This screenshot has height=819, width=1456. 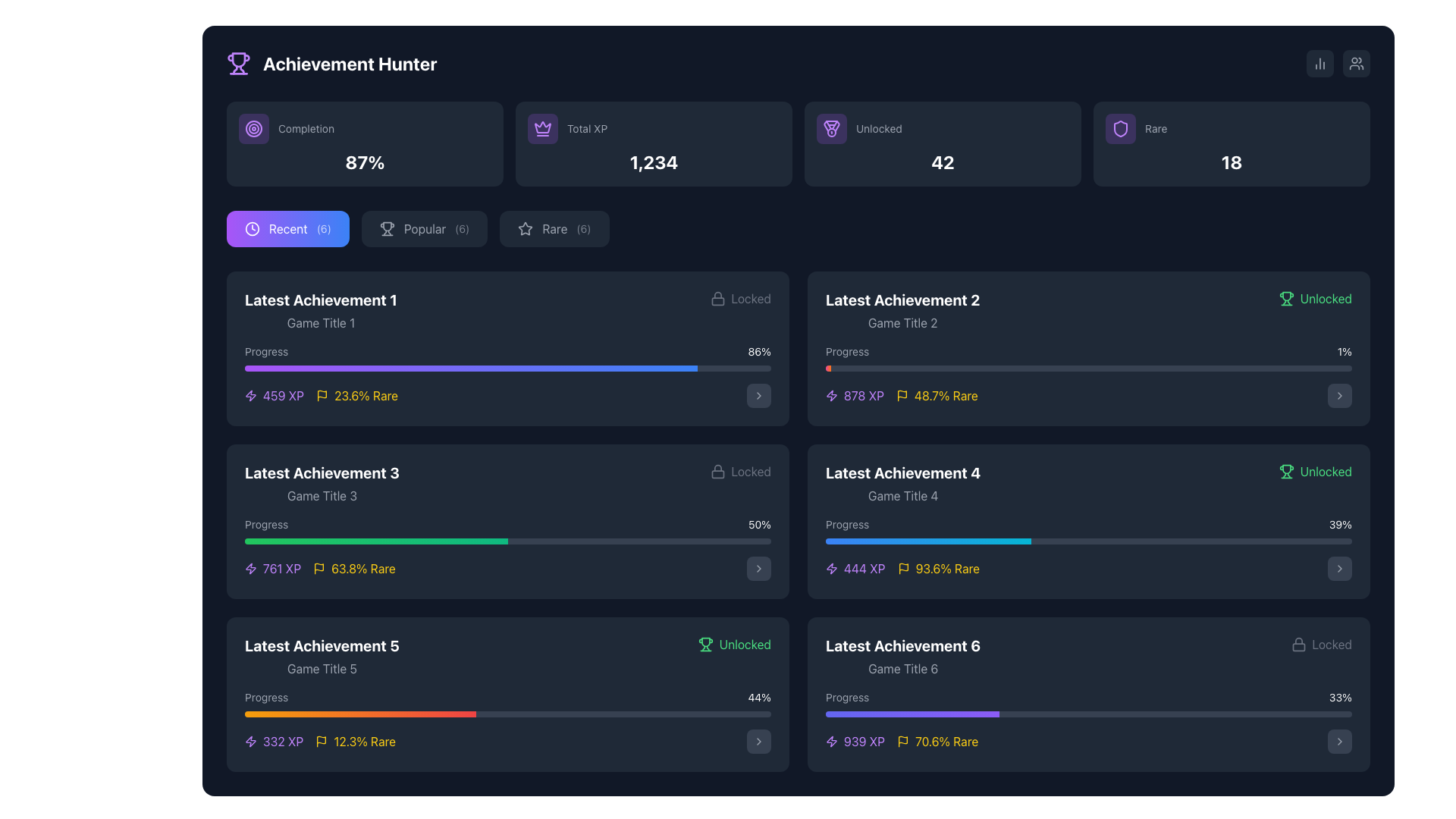 I want to click on the Progress indicator bar representing 33% completion for the 'Latest Achievement 6', so click(x=912, y=714).